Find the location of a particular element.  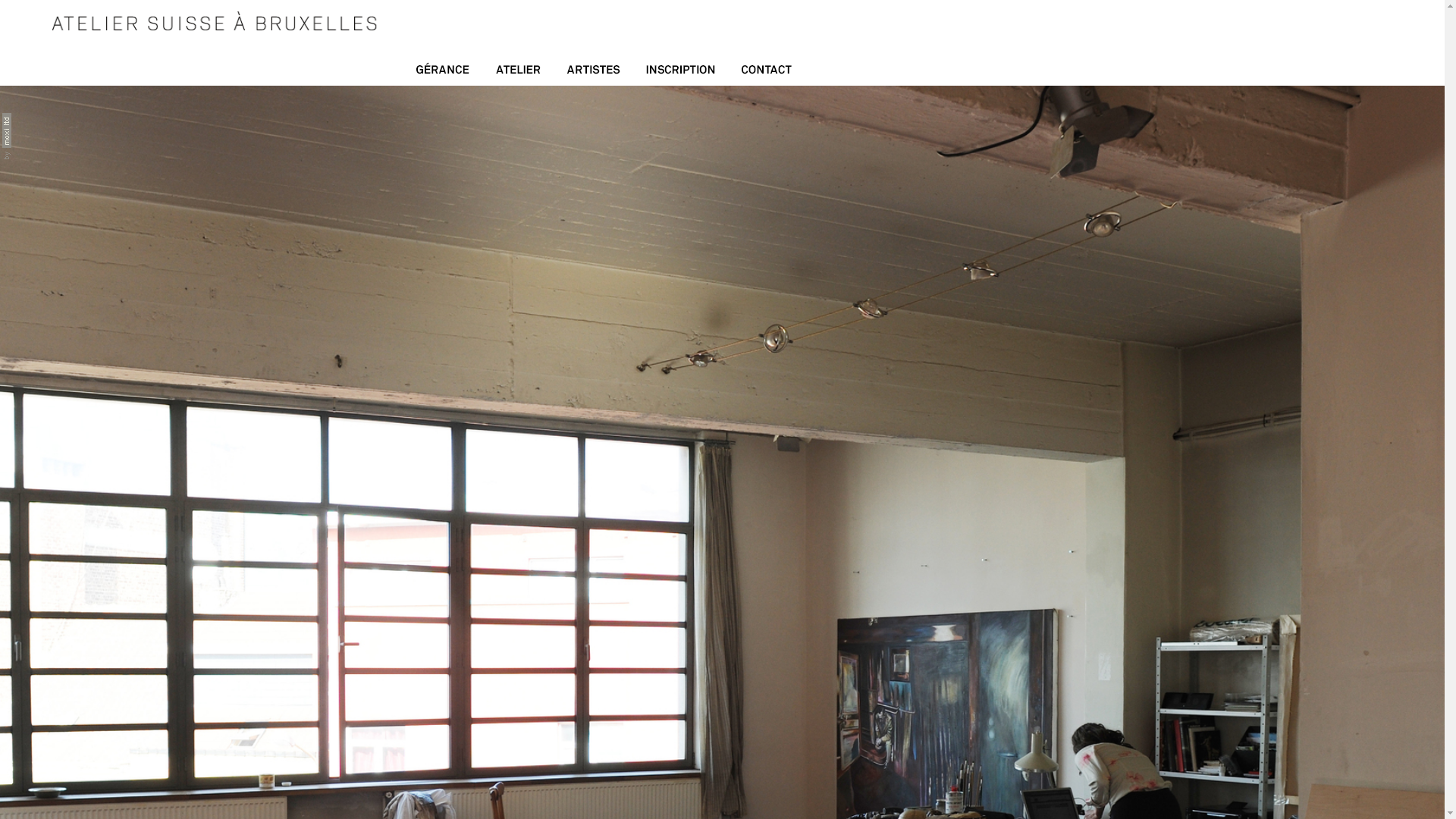

'CONTACT' is located at coordinates (767, 73).